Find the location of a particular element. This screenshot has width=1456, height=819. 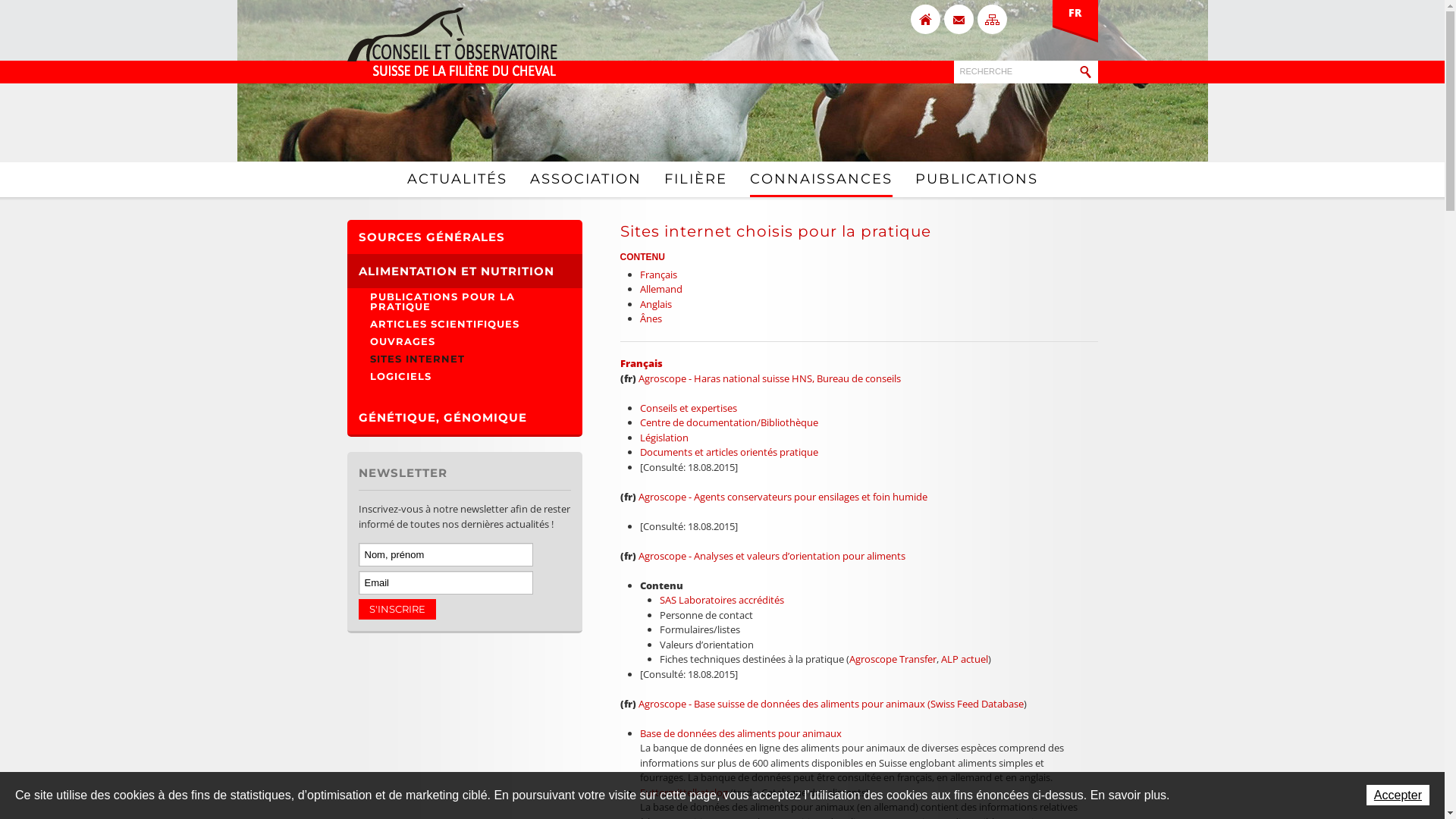

'CONNAISSANCES' is located at coordinates (819, 178).